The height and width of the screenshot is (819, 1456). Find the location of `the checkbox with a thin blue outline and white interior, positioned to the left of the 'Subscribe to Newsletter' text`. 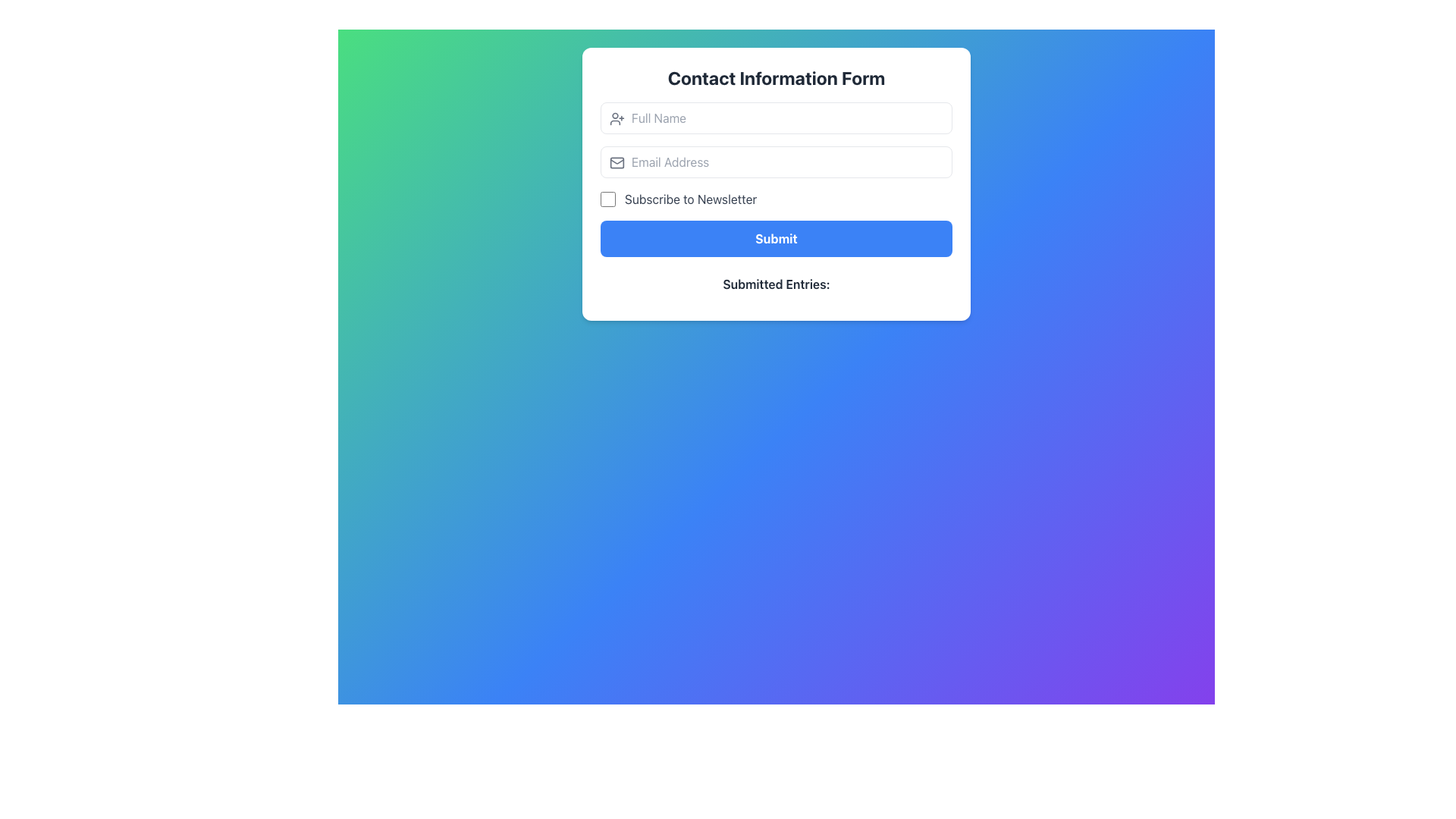

the checkbox with a thin blue outline and white interior, positioned to the left of the 'Subscribe to Newsletter' text is located at coordinates (607, 198).